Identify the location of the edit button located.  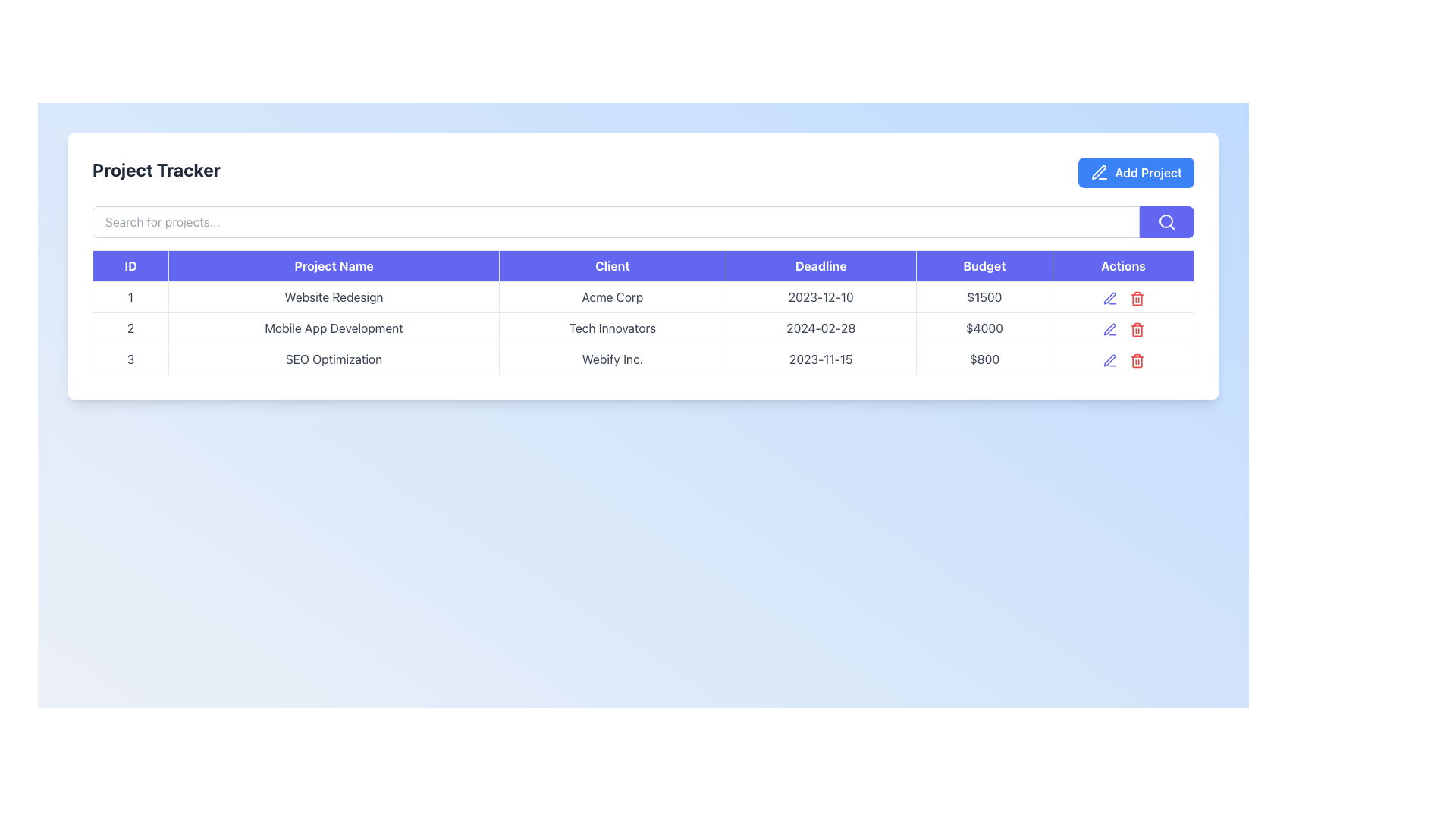
(1109, 327).